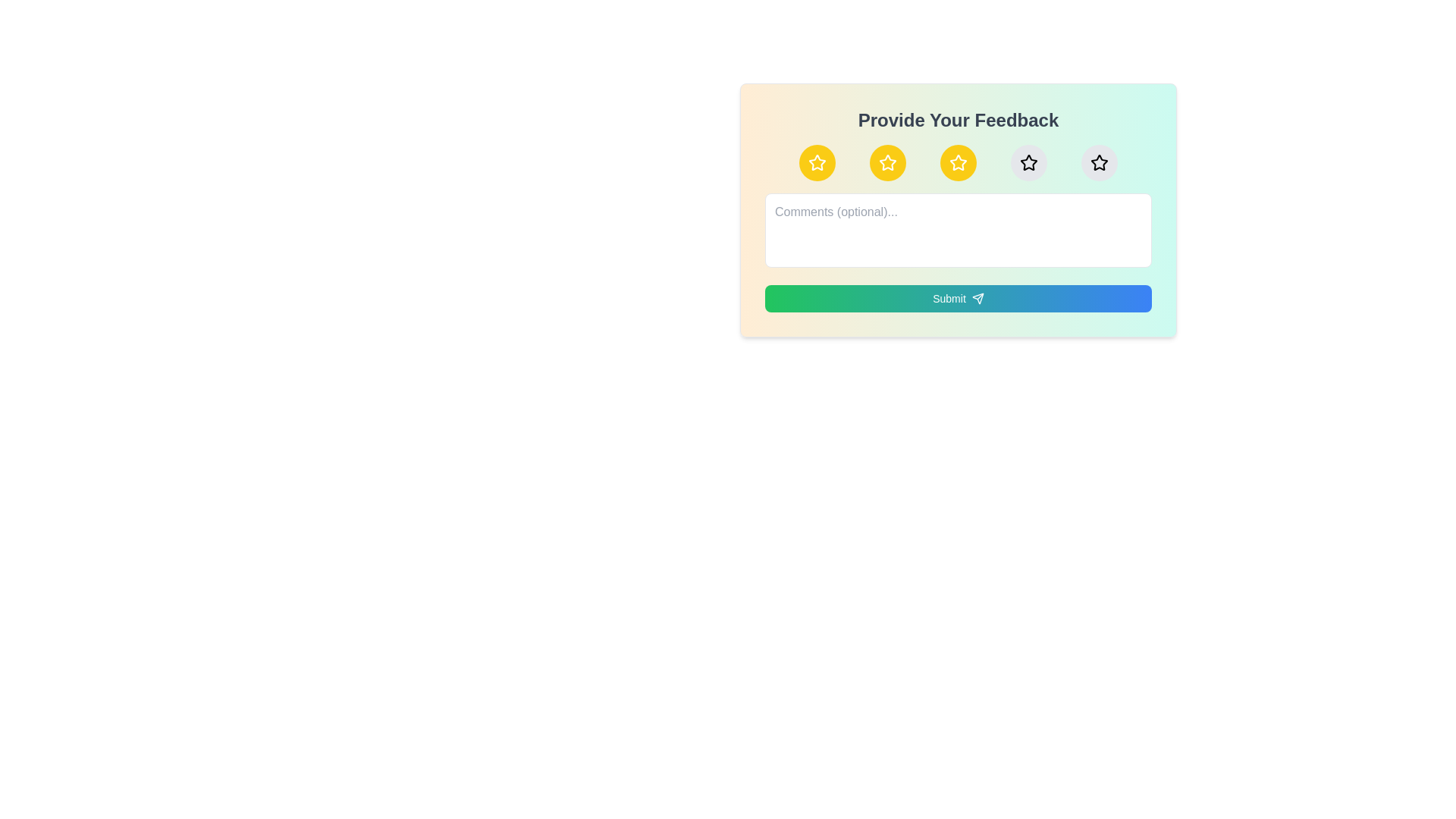 Image resolution: width=1456 pixels, height=819 pixels. I want to click on the star corresponding to the desired rating 2, so click(888, 163).